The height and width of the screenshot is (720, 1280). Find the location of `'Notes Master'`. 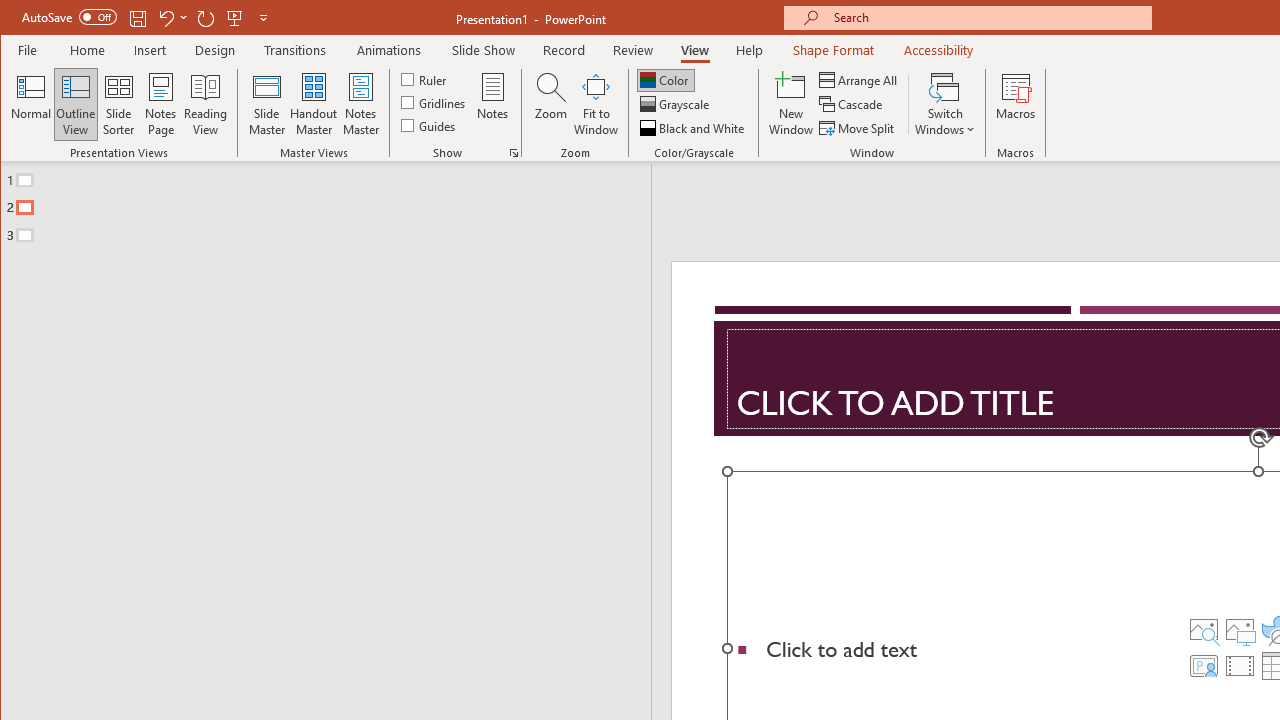

'Notes Master' is located at coordinates (360, 104).